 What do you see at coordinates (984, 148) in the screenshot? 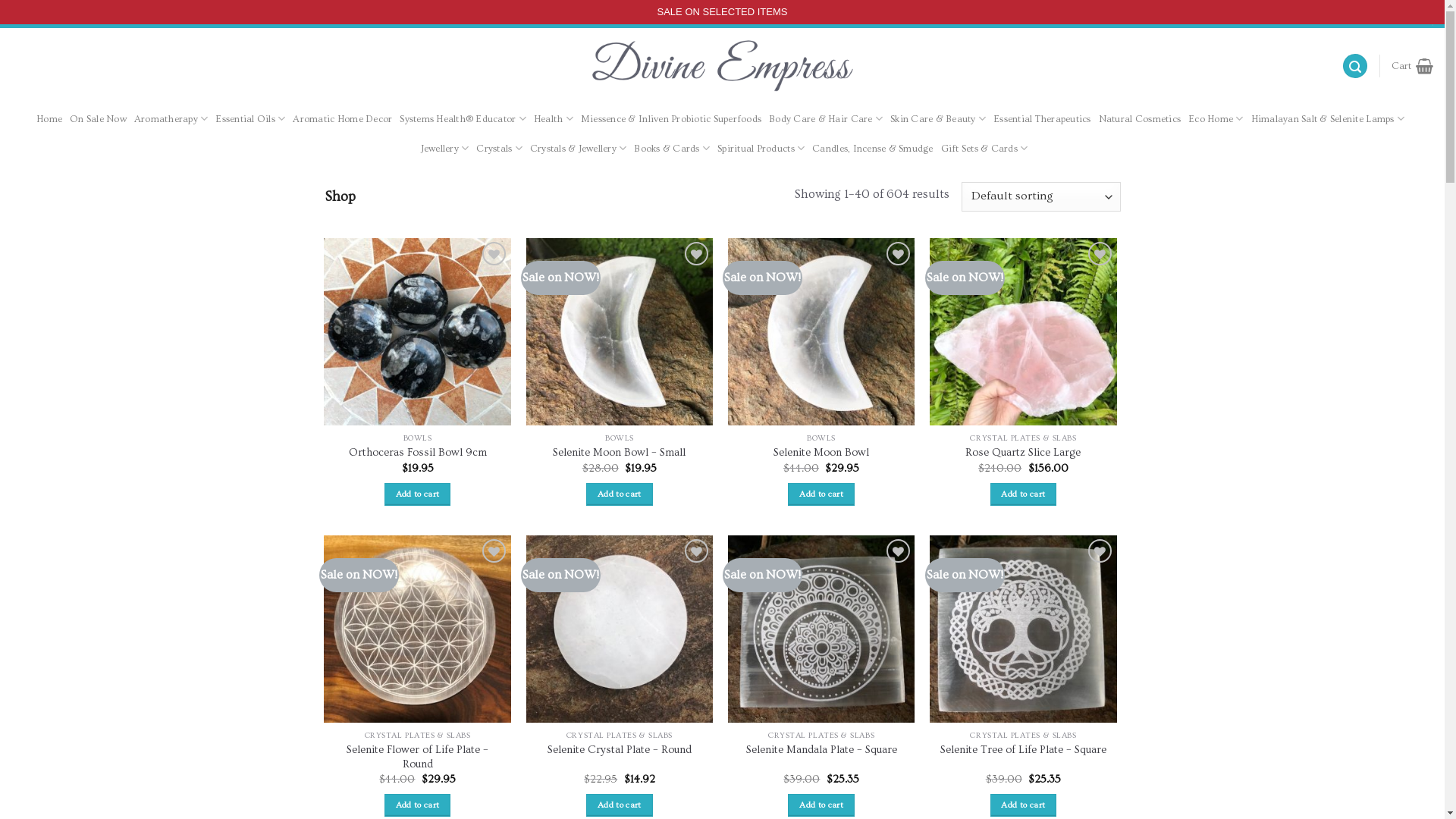
I see `'Gift Sets & Cards'` at bounding box center [984, 148].